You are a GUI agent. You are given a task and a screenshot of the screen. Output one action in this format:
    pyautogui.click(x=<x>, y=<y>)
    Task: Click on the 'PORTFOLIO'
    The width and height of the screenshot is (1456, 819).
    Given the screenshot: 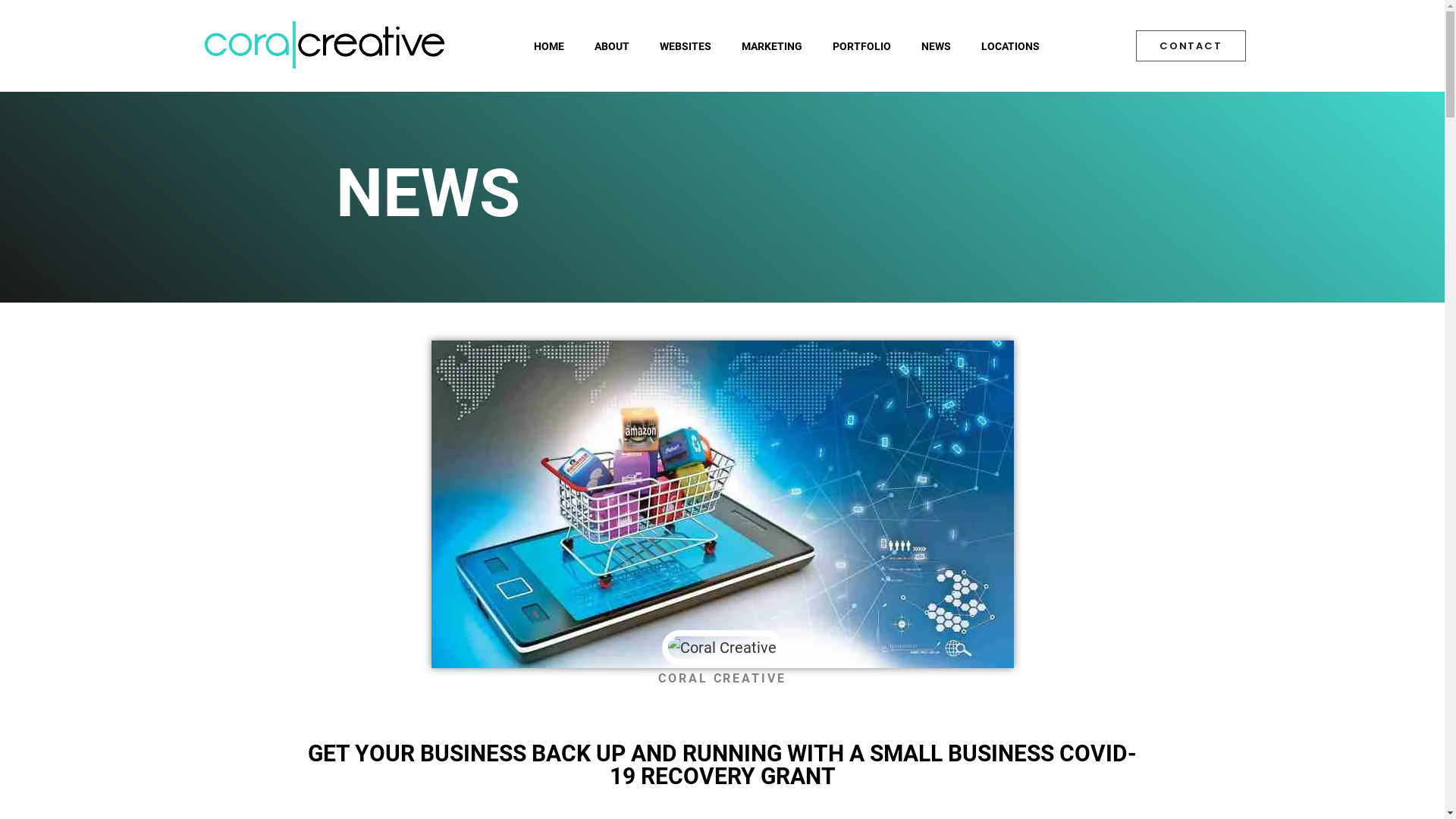 What is the action you would take?
    pyautogui.click(x=861, y=45)
    